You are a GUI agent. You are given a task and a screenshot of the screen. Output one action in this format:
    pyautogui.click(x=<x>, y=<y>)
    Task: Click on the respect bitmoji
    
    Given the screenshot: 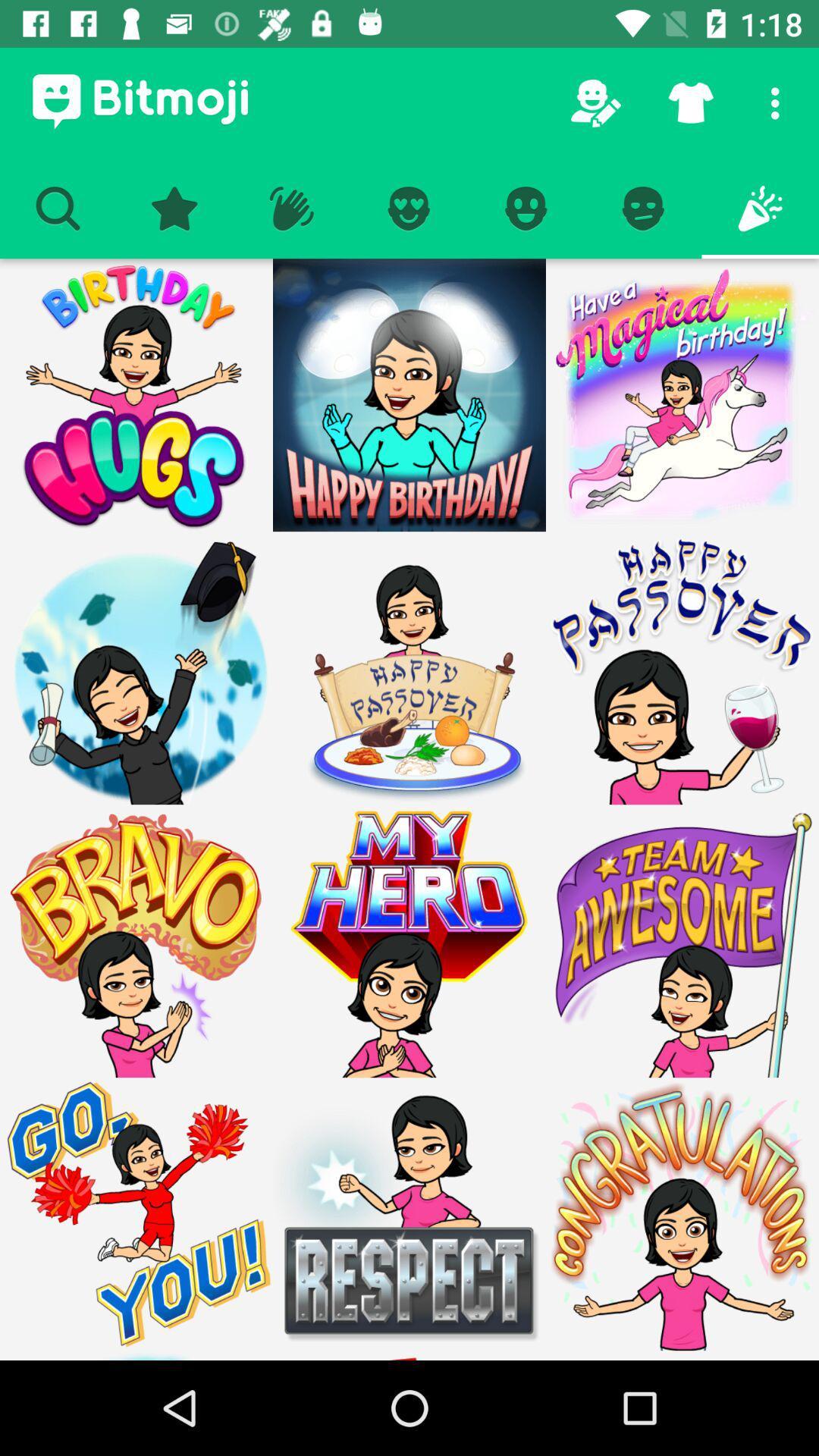 What is the action you would take?
    pyautogui.click(x=409, y=1214)
    